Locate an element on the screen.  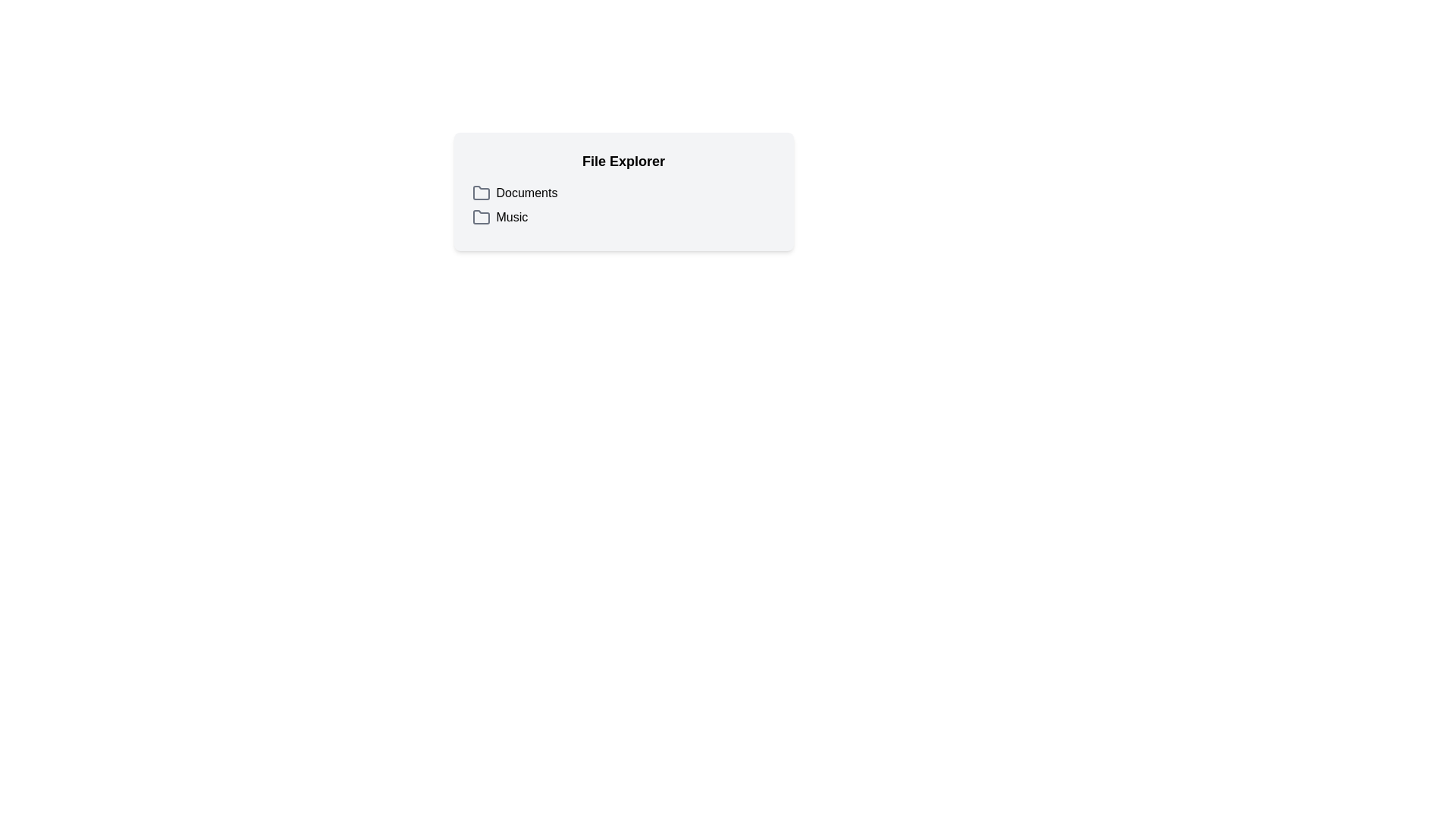
the folder icon with a gray outline next to the 'Music' text in the 'File Explorer' interface is located at coordinates (480, 217).